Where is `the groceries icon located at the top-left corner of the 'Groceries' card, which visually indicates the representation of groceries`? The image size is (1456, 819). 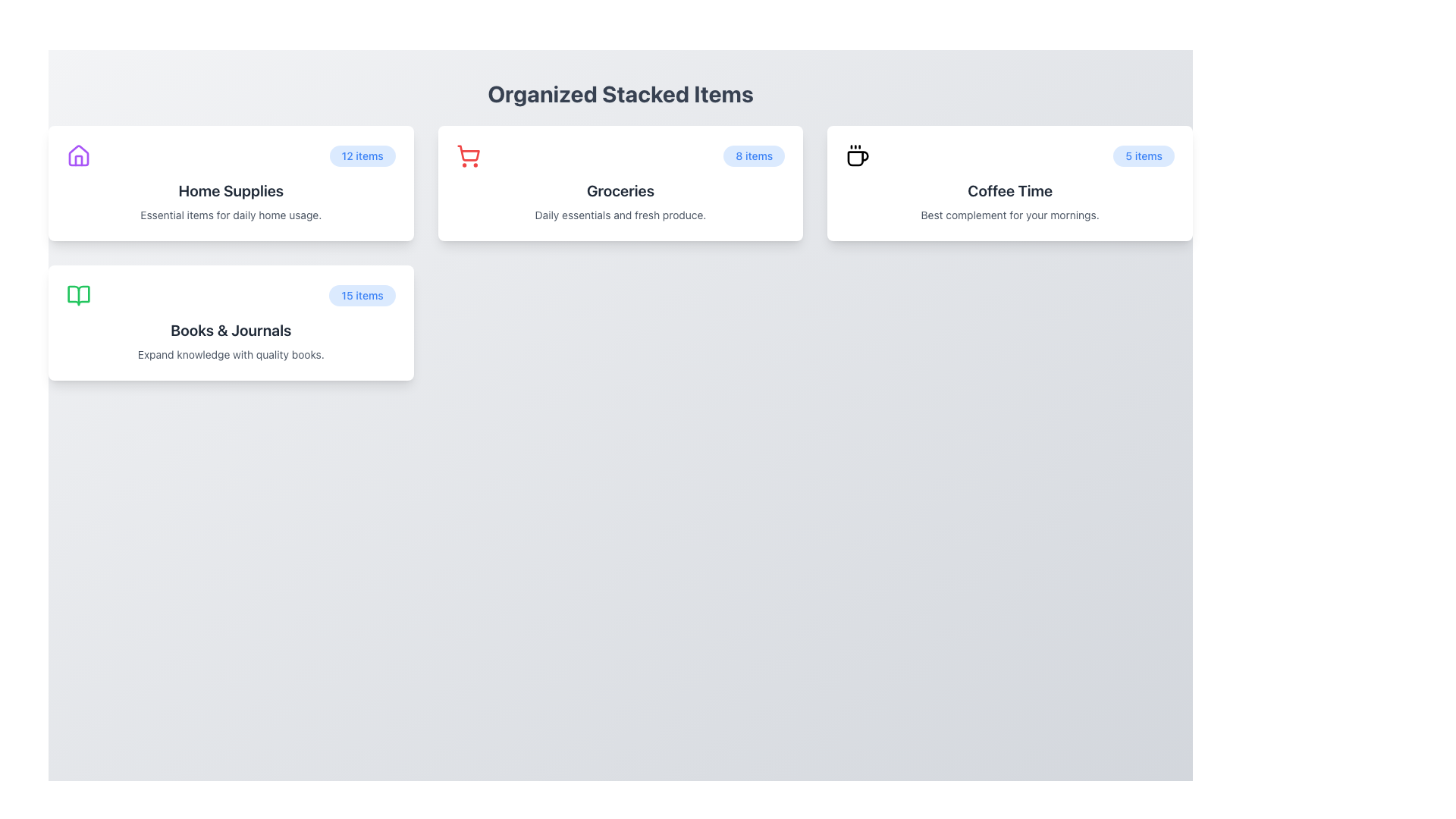 the groceries icon located at the top-left corner of the 'Groceries' card, which visually indicates the representation of groceries is located at coordinates (467, 155).